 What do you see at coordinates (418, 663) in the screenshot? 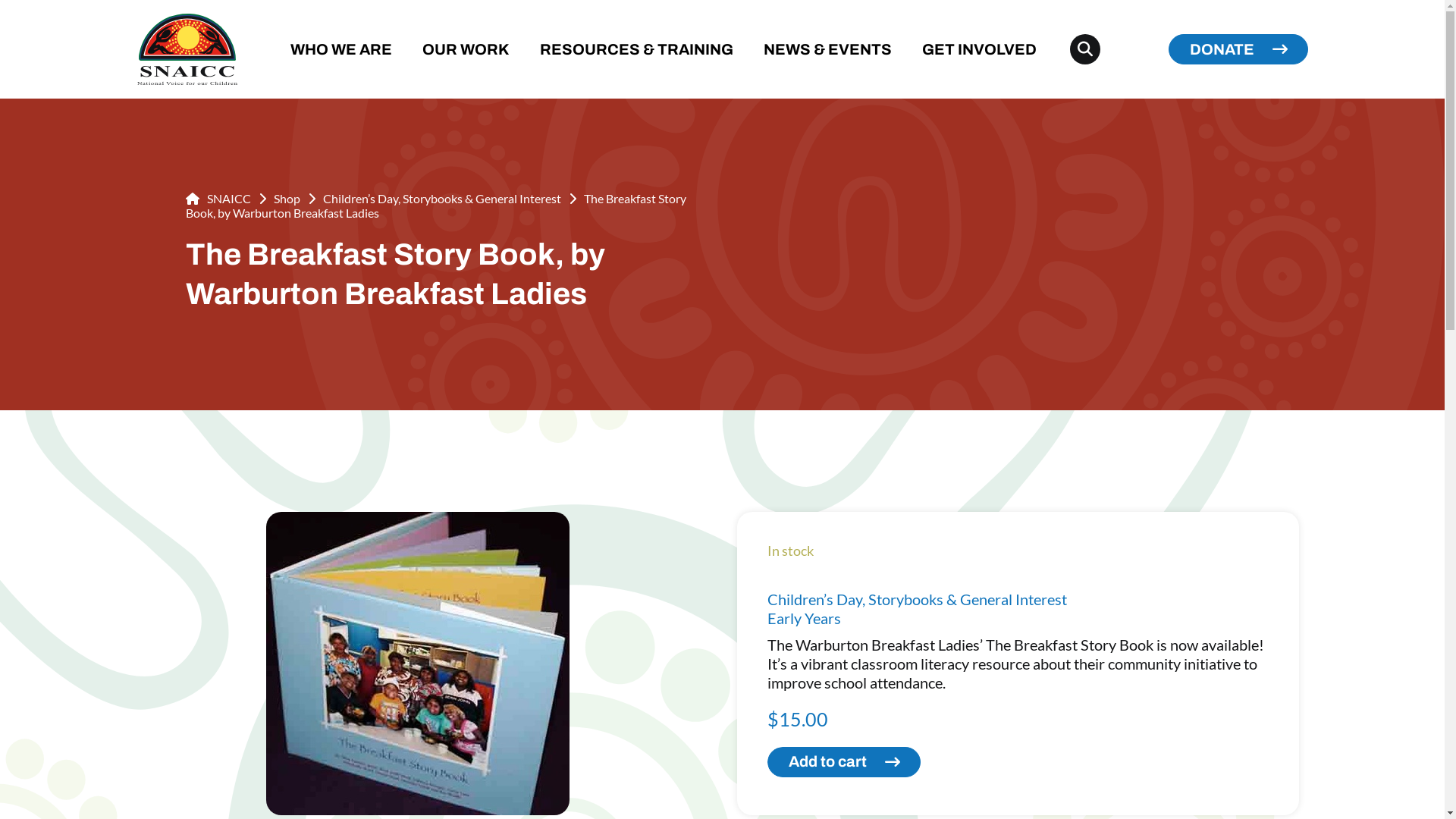
I see `'001764_adca'` at bounding box center [418, 663].